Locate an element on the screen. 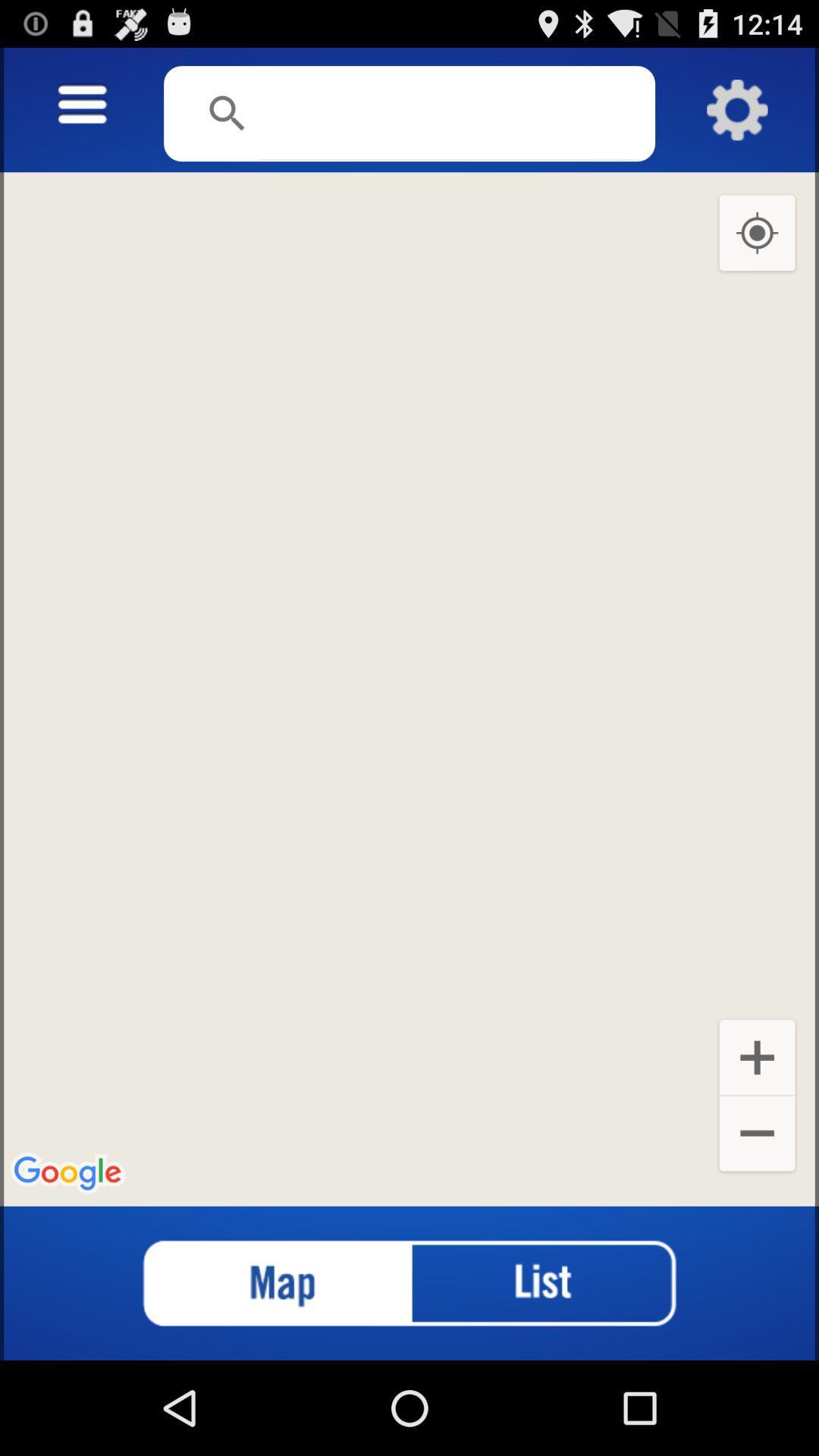 The image size is (819, 1456). the add icon is located at coordinates (757, 1130).